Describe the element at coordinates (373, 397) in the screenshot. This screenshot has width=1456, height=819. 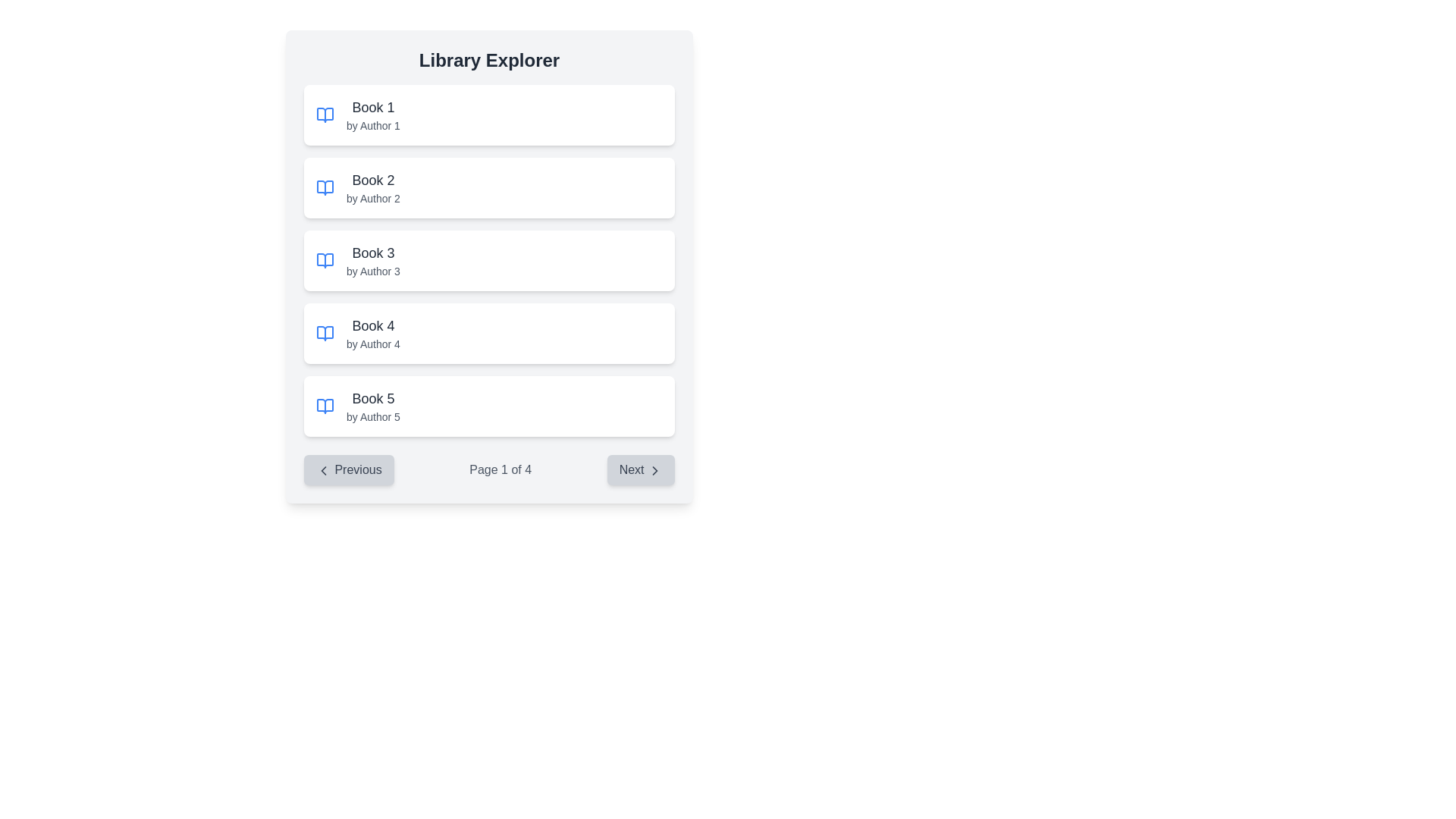
I see `the text label 'Book 5' which is styled with a larger font size and dark gray color` at that location.